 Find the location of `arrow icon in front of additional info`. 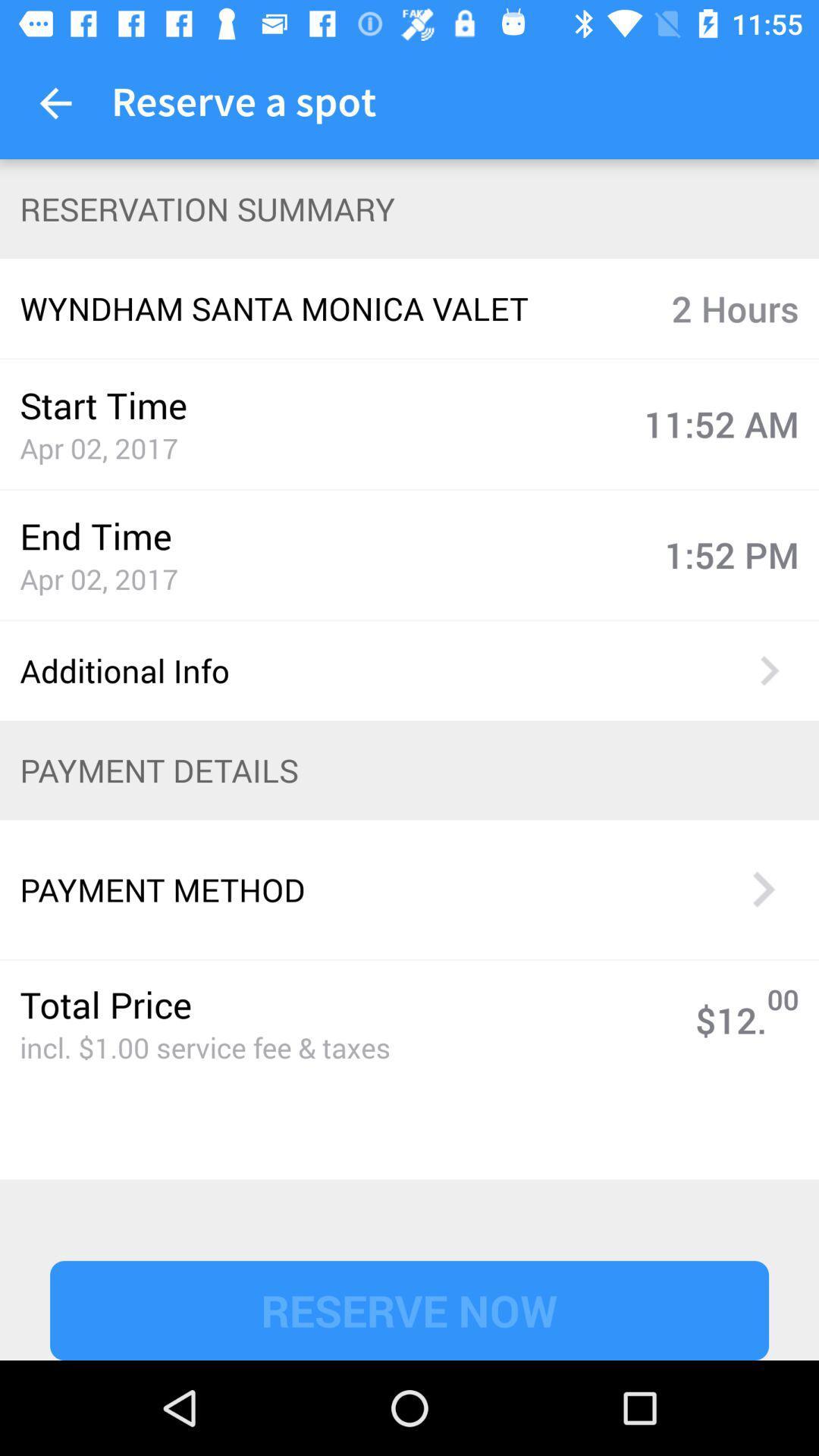

arrow icon in front of additional info is located at coordinates (769, 670).